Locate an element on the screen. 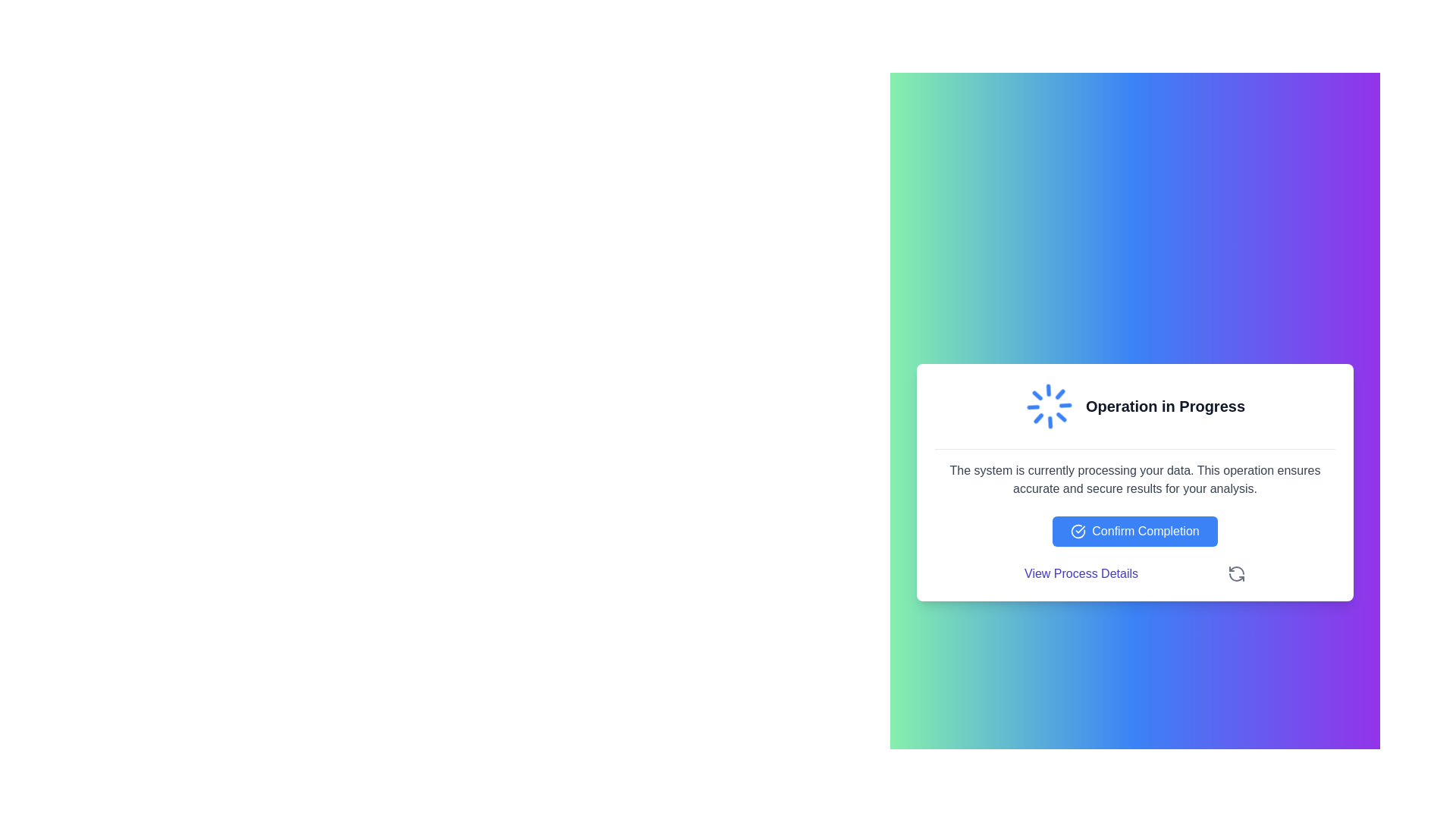 This screenshot has height=819, width=1456. the bottom-right segment of the blue circular loader animation located near the center of the modal is located at coordinates (1057, 391).